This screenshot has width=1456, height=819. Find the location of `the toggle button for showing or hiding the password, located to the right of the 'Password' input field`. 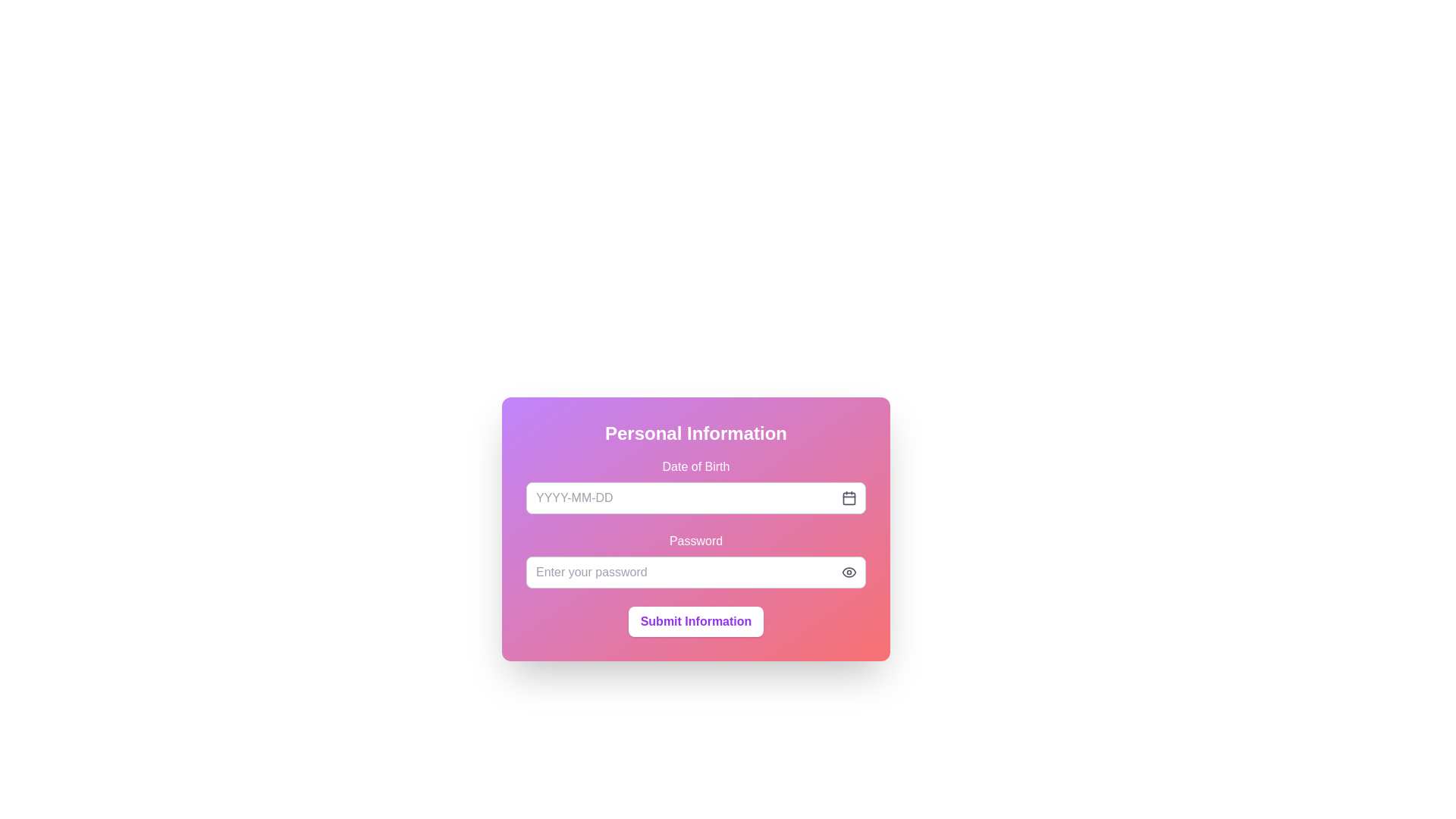

the toggle button for showing or hiding the password, located to the right of the 'Password' input field is located at coordinates (848, 573).